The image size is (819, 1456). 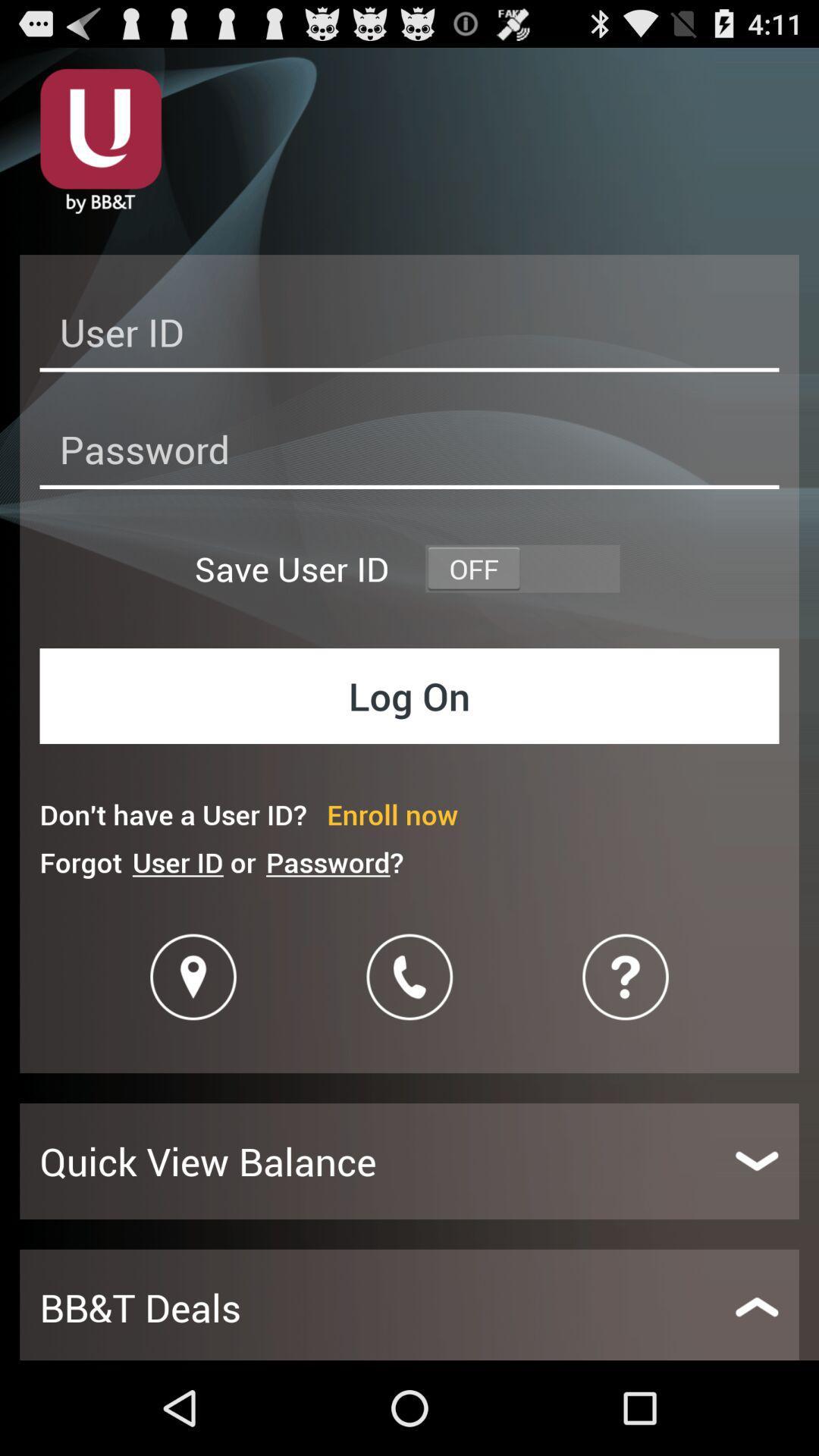 I want to click on item next to don t have item, so click(x=391, y=814).